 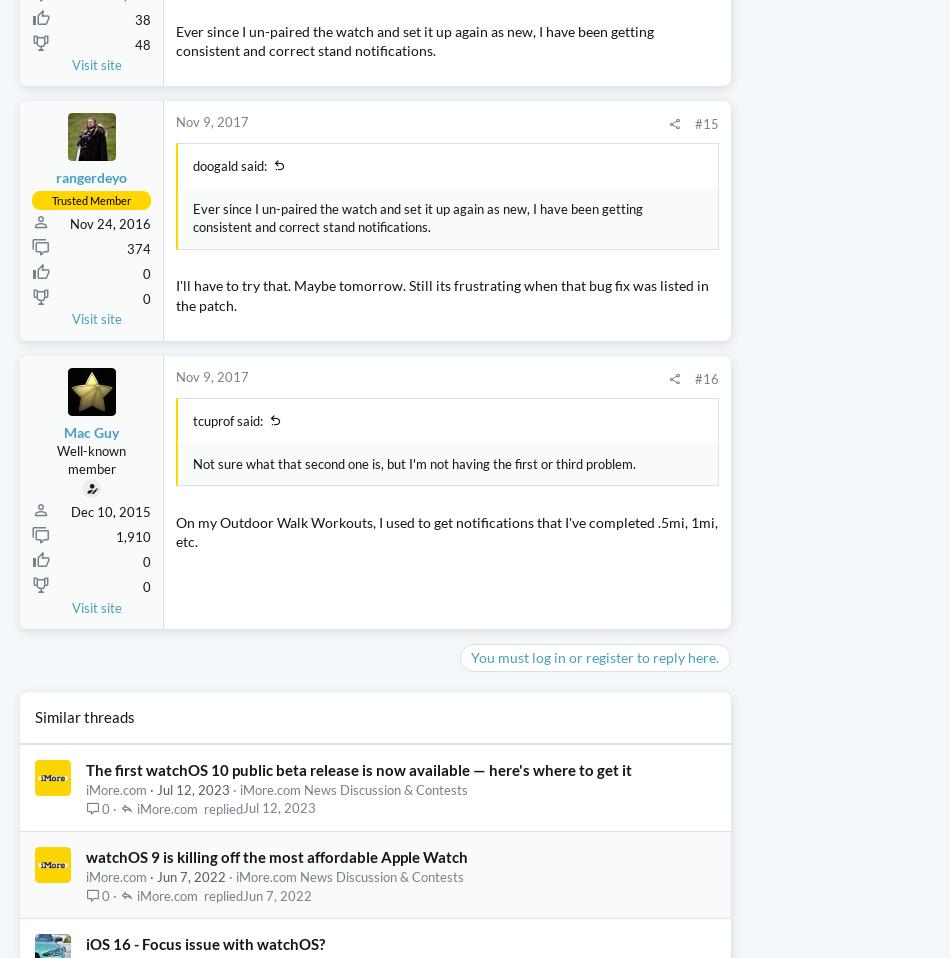 I want to click on '38', so click(x=142, y=134).